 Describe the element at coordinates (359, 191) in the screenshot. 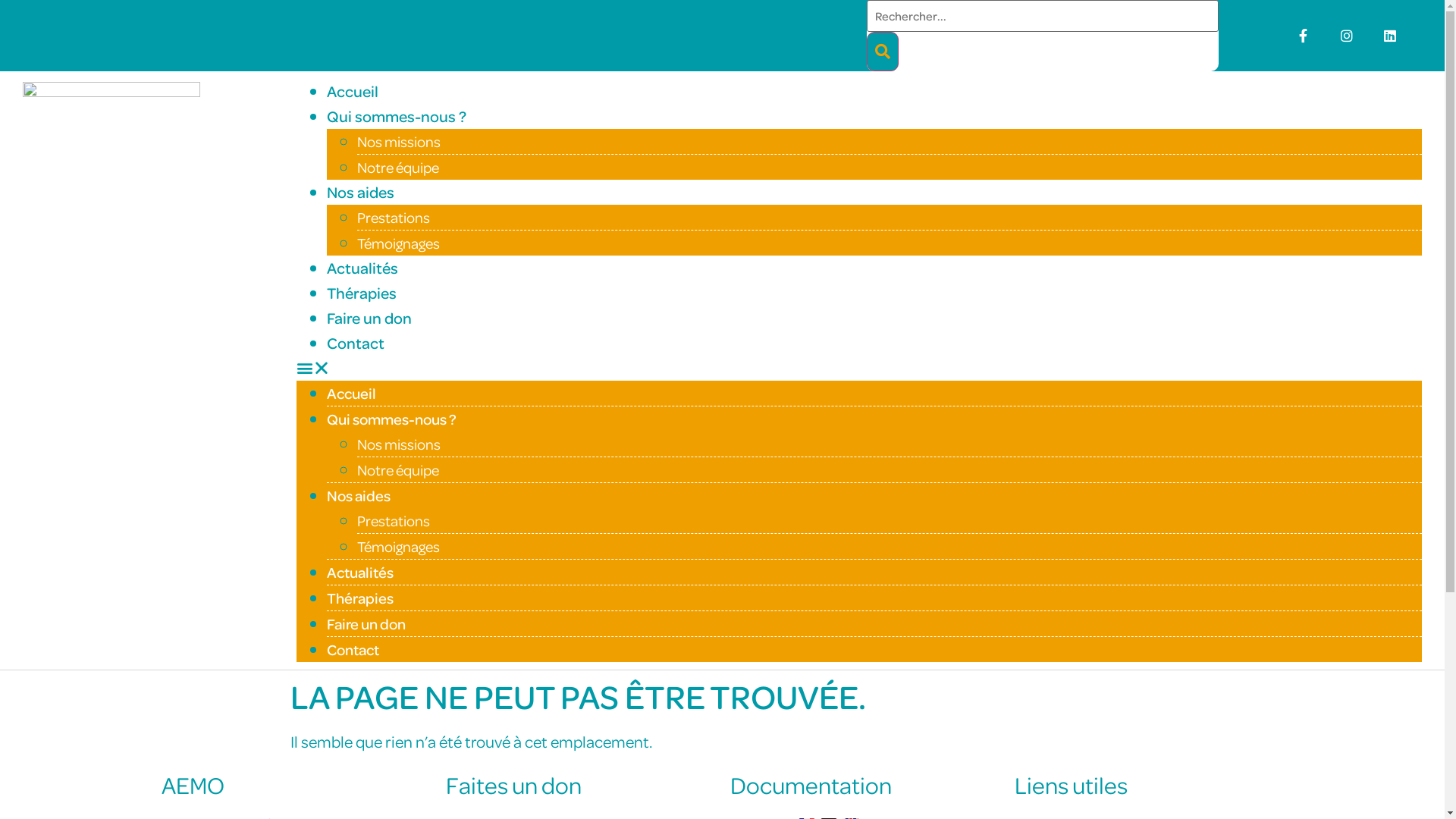

I see `'Nos aides'` at that location.